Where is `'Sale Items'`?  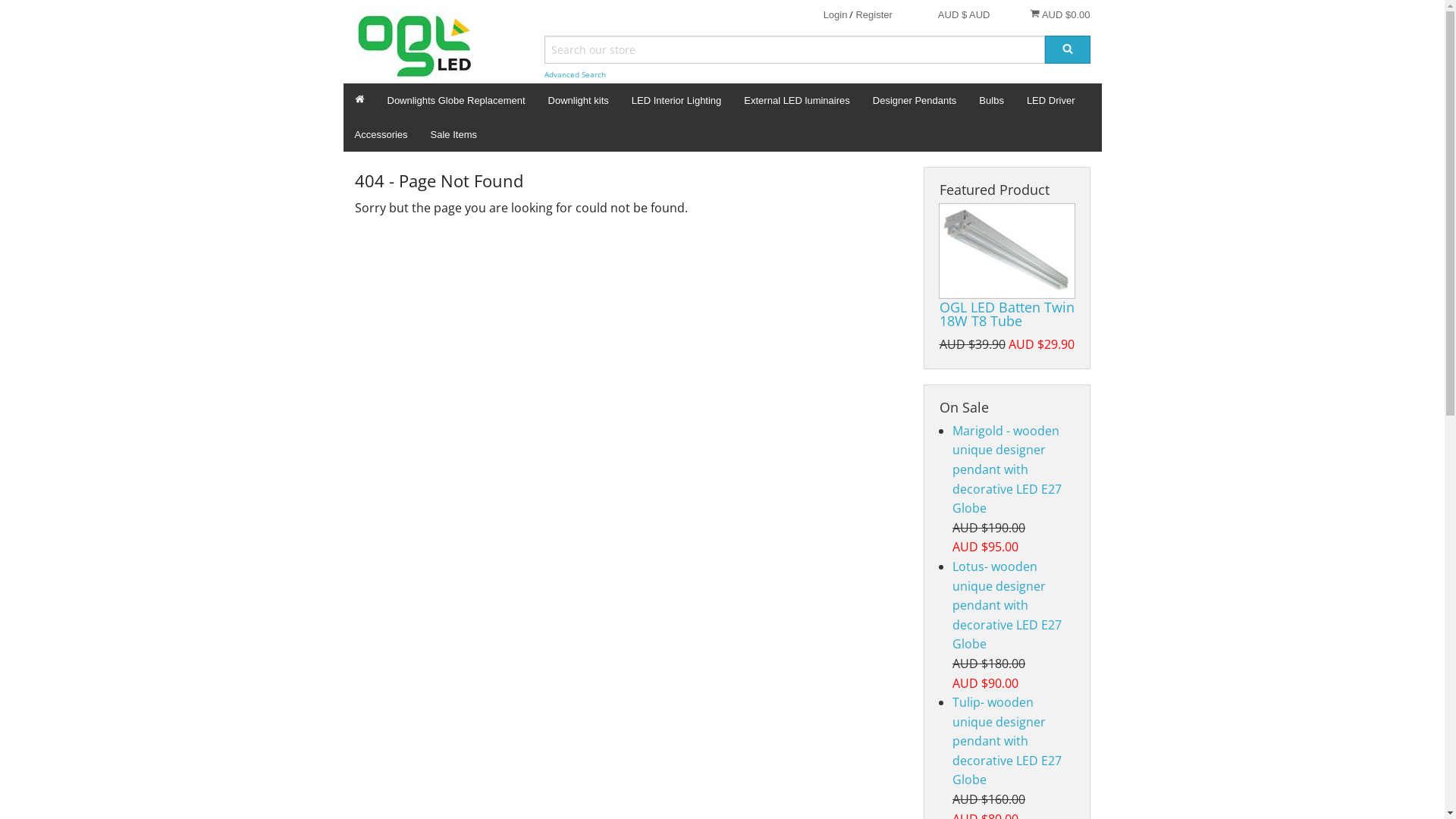 'Sale Items' is located at coordinates (453, 133).